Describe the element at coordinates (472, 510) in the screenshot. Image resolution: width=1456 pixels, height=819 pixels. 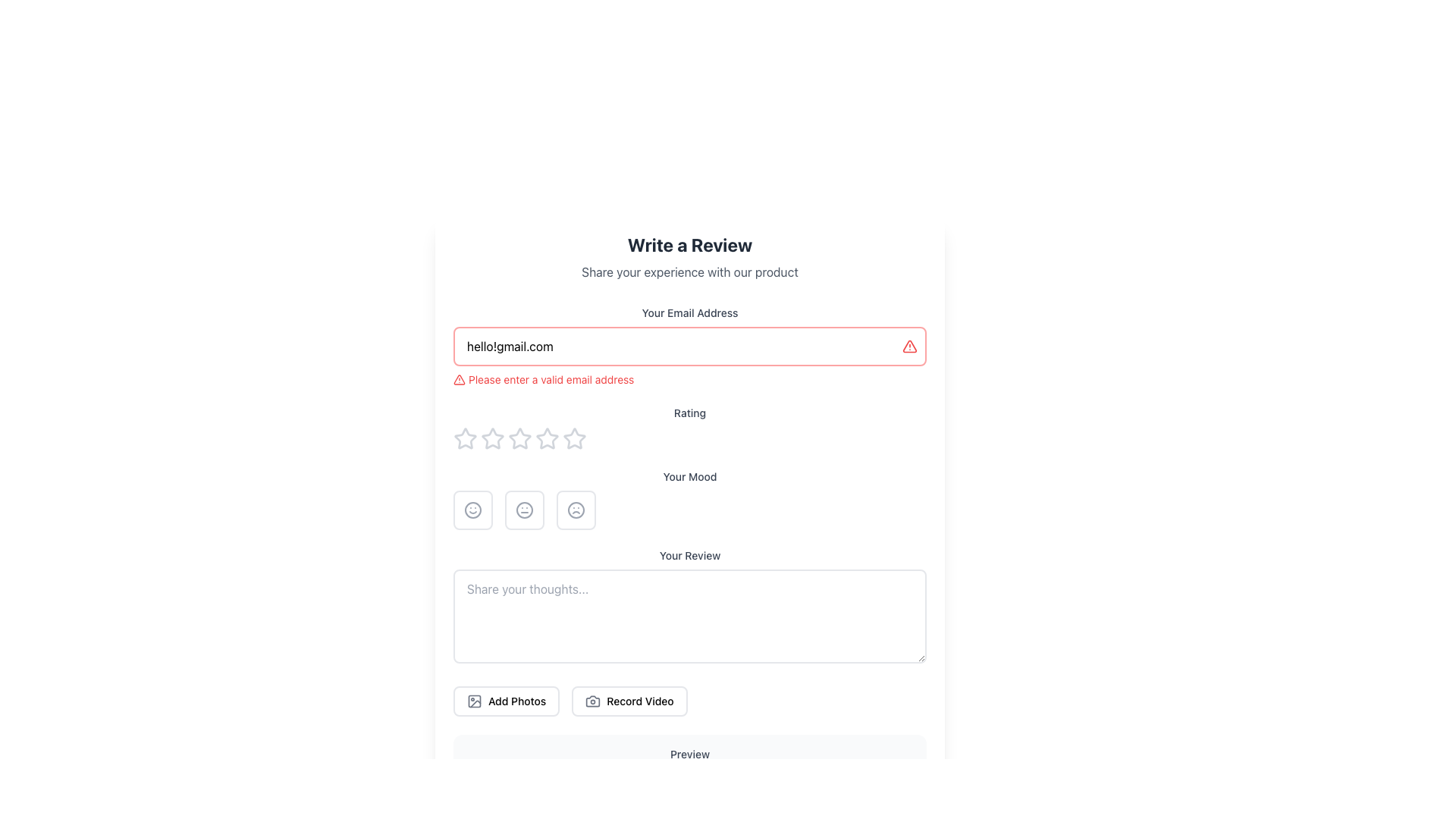
I see `the 'happy' mood button located in the 'Your Mood' section, which is the first of three mood selection buttons` at that location.